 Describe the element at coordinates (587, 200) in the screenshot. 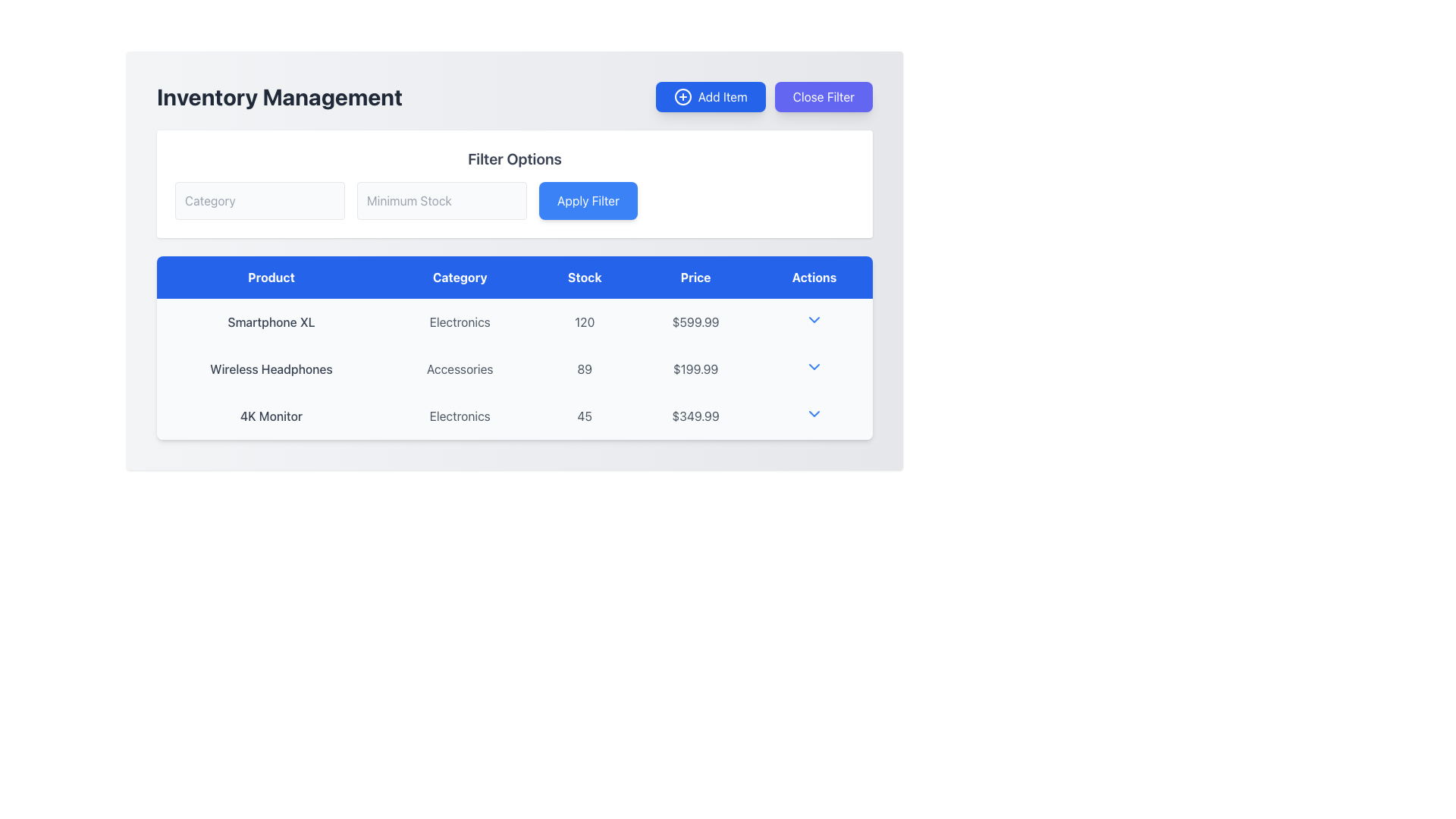

I see `the button located at the top center of the interface, aligned to the right of the 'Category' and 'Minimum Stock' text input fields, to apply the selected filters to the displayed data` at that location.